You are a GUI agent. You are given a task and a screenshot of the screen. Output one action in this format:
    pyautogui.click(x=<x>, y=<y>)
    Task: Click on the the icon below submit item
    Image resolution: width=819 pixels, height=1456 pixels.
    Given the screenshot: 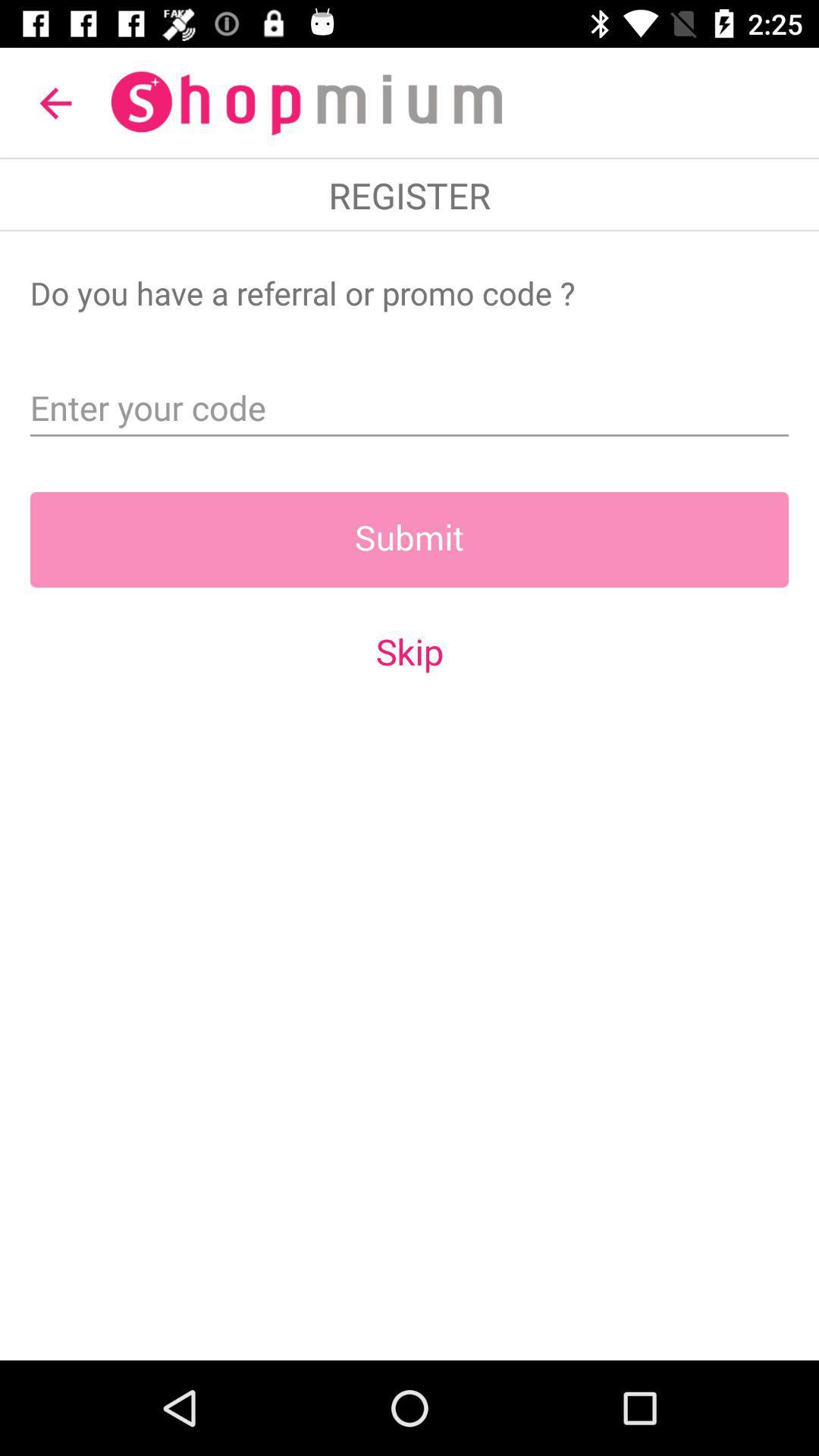 What is the action you would take?
    pyautogui.click(x=409, y=651)
    